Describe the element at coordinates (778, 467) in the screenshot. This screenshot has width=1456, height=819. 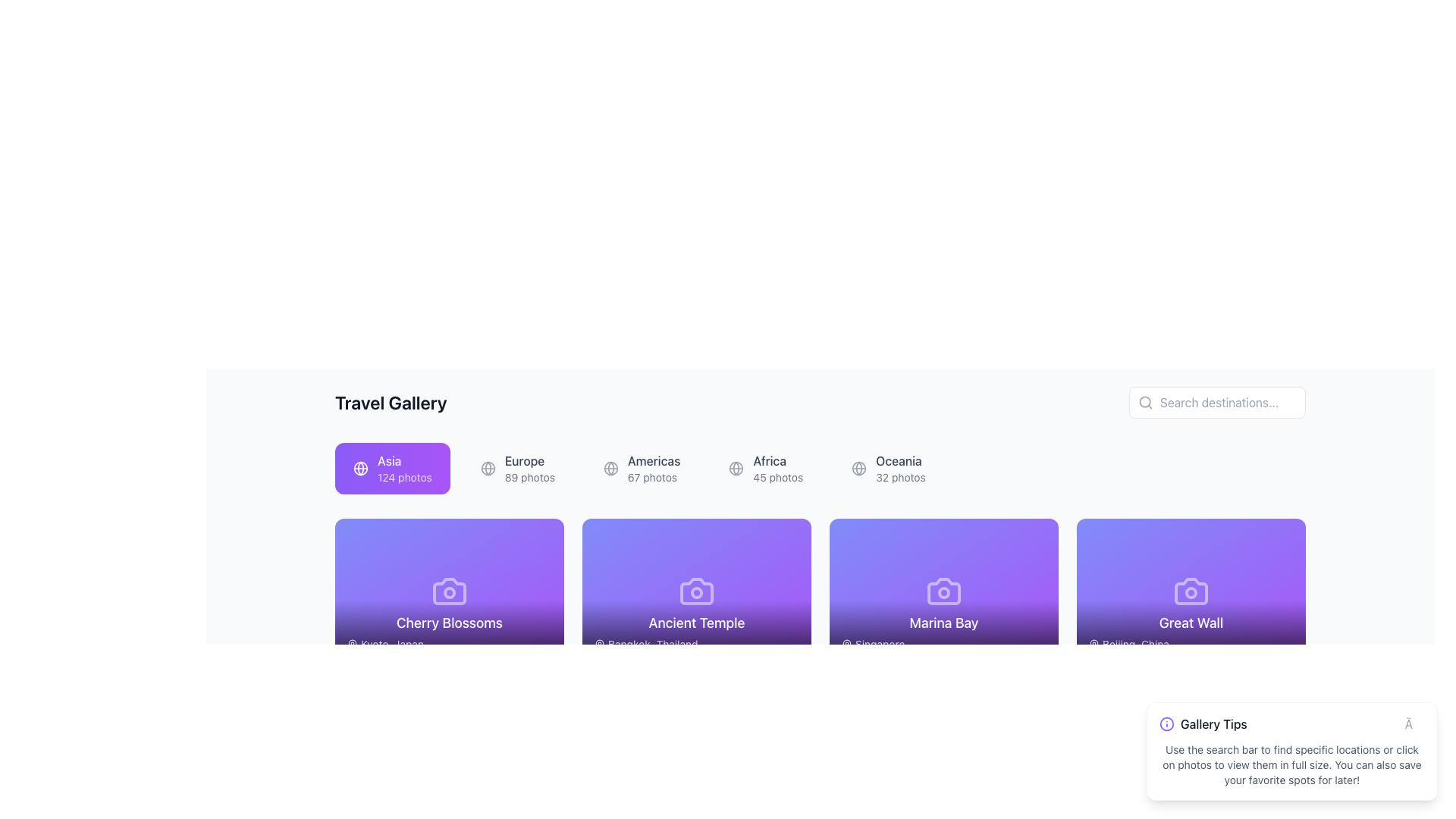
I see `the 'Africa' category filter label to filter photos related to Africa, which is styled in bold above '45 photos' and positioned in the upper-middle part of the interface` at that location.